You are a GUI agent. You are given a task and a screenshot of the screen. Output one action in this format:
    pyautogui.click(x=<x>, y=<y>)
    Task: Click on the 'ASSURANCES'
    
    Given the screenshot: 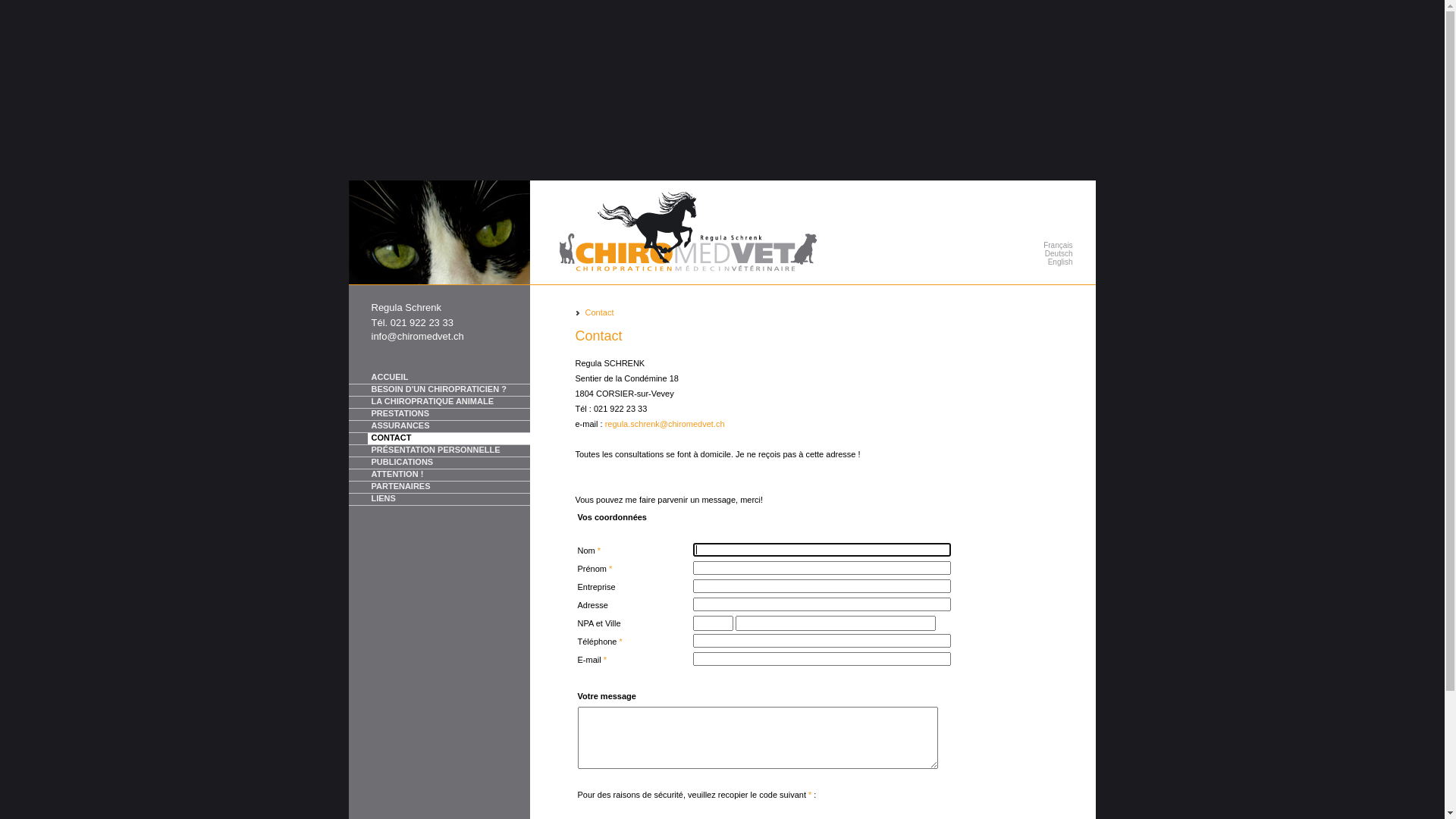 What is the action you would take?
    pyautogui.click(x=447, y=426)
    